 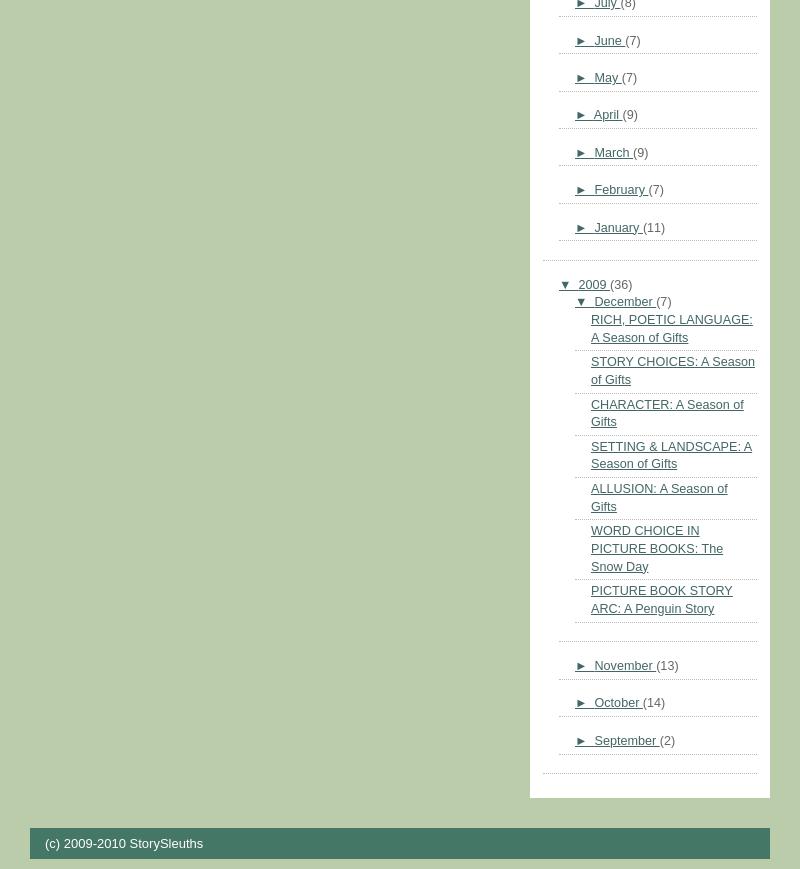 What do you see at coordinates (620, 282) in the screenshot?
I see `'(36)'` at bounding box center [620, 282].